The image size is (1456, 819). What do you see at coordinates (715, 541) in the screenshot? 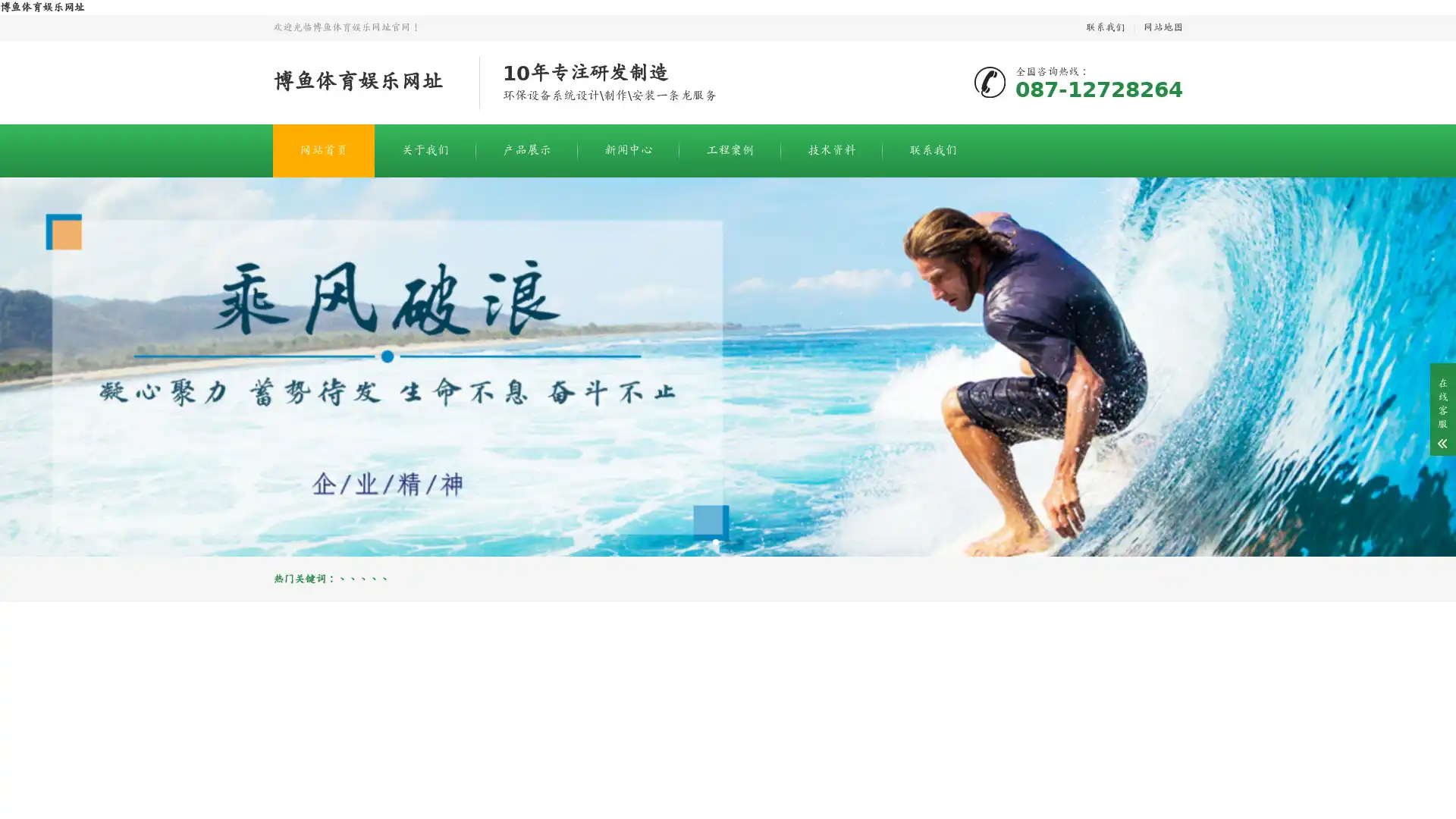
I see `Go to slide 1` at bounding box center [715, 541].